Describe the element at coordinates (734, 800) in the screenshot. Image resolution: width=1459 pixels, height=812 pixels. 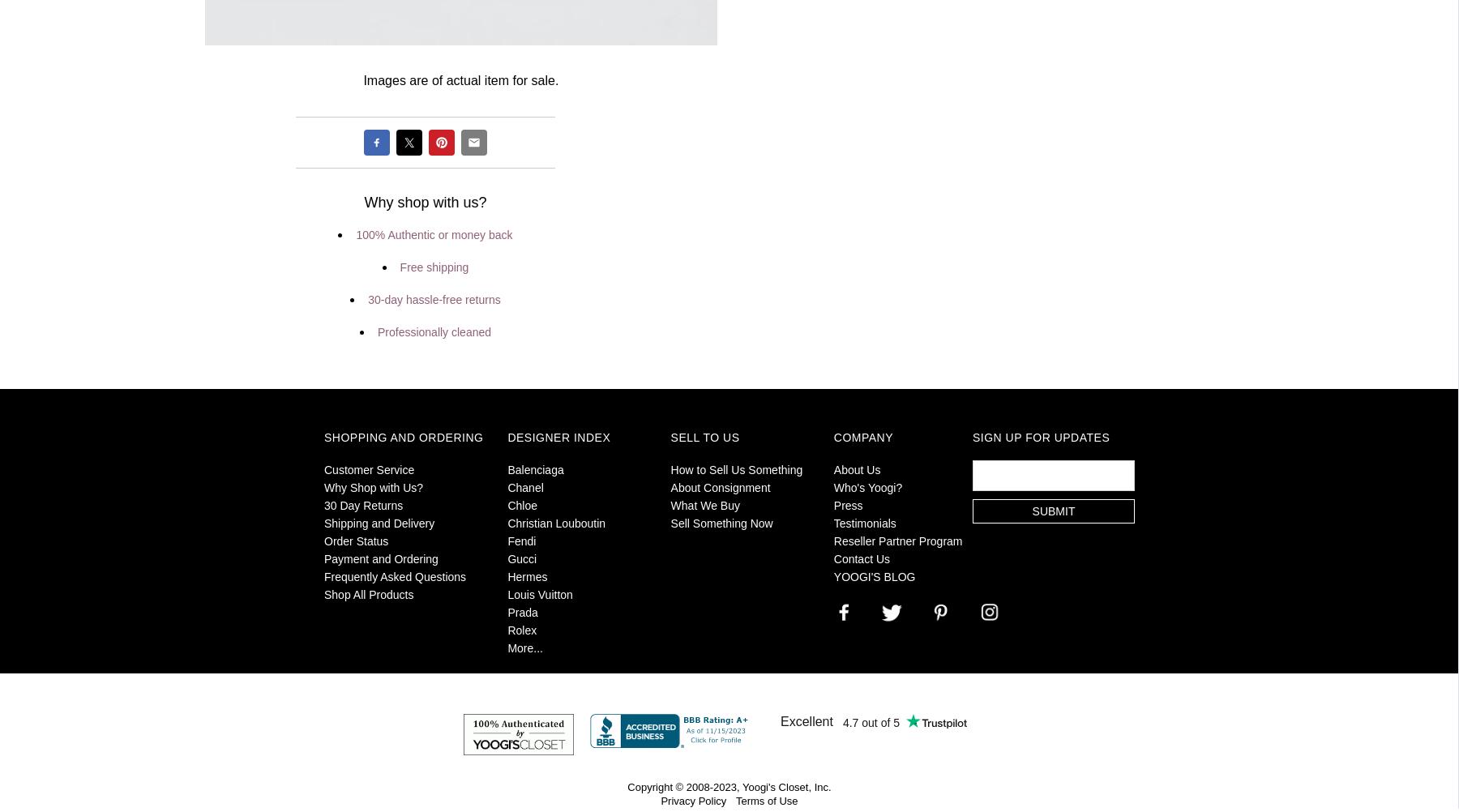
I see `'Terms of Use'` at that location.